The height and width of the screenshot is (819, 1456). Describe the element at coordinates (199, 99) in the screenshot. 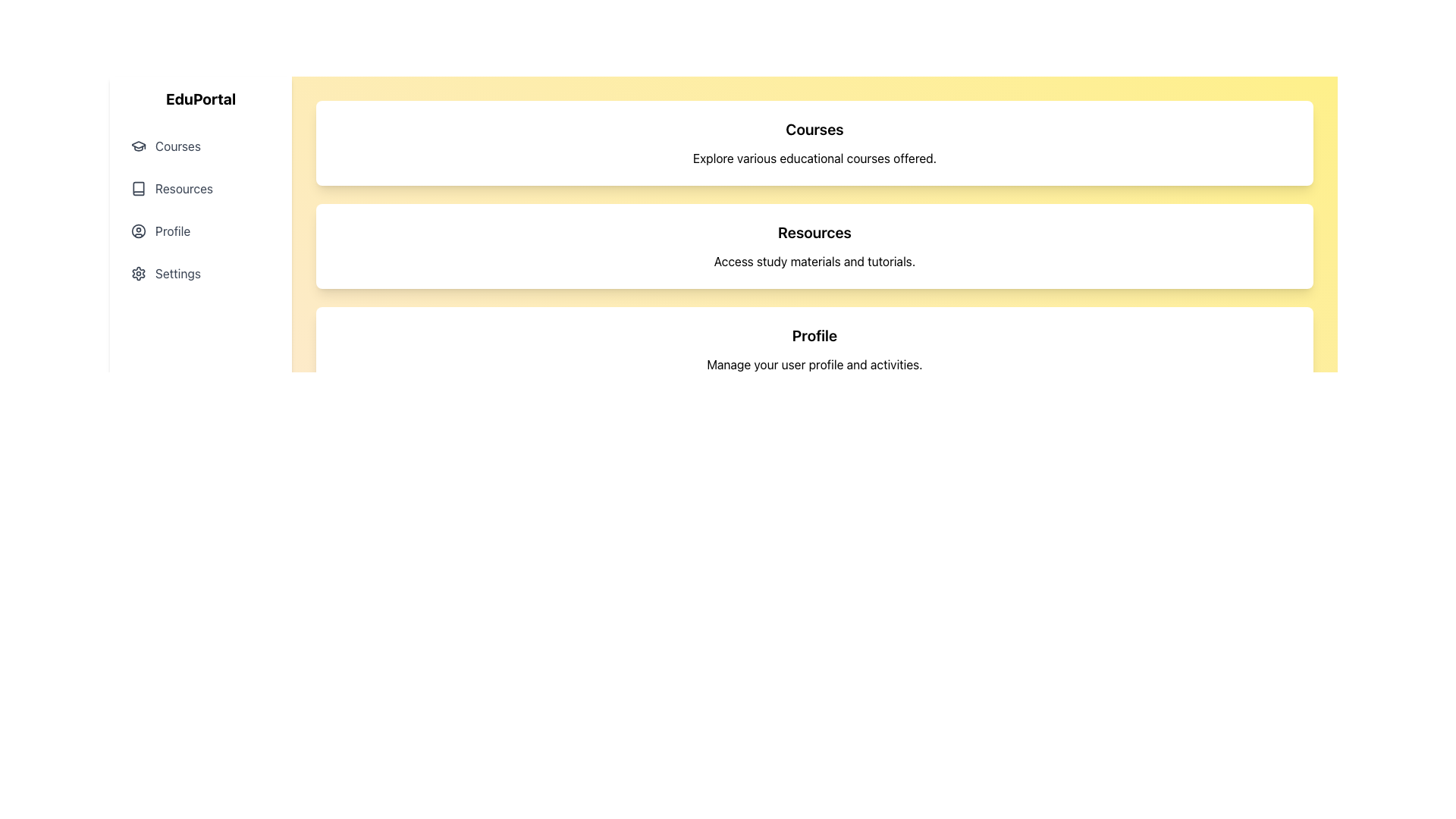

I see `the Text Label at the top of the navigation sidebar, which indicates the name of the application or section it represents` at that location.